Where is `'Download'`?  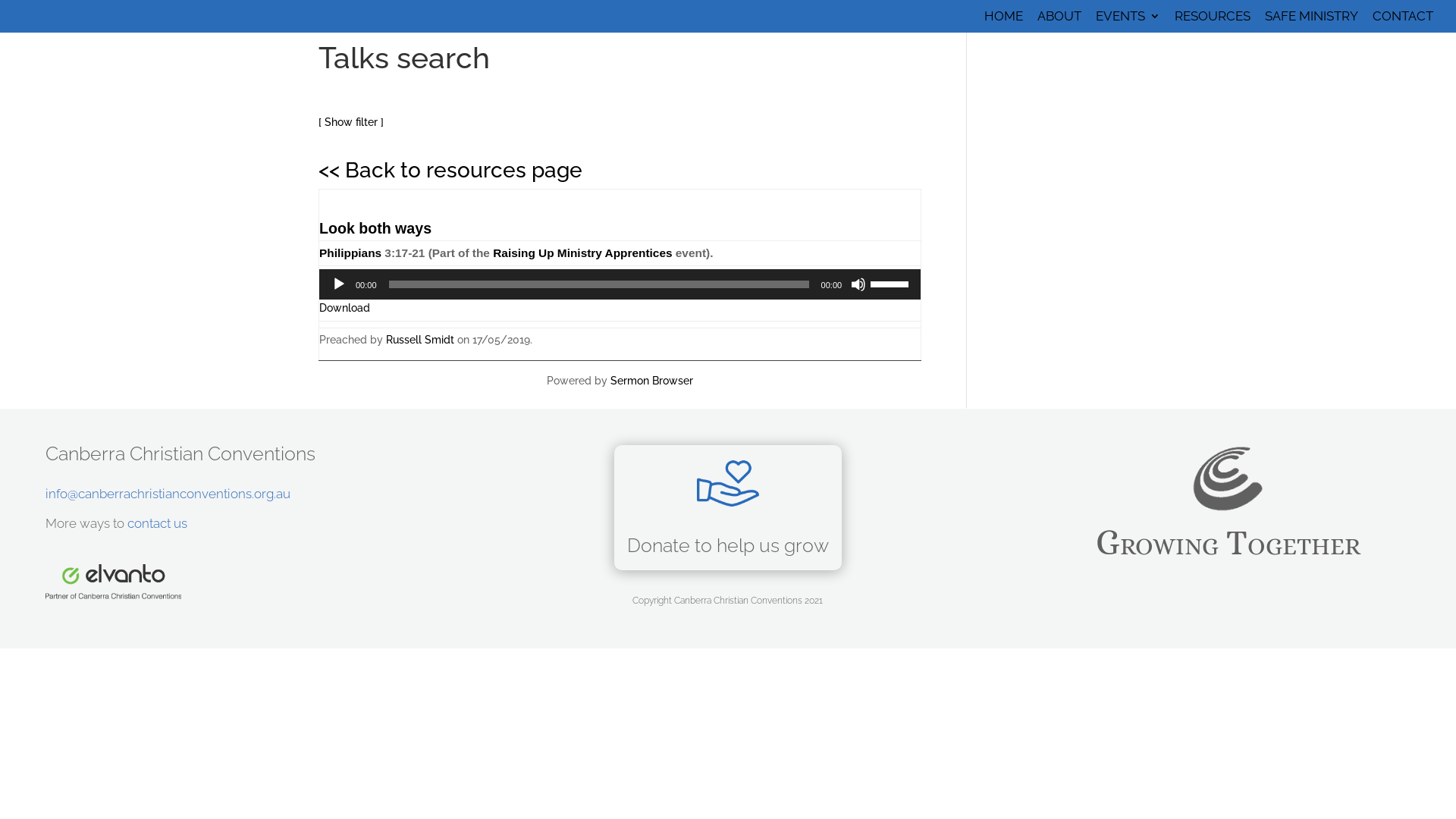
'Download' is located at coordinates (344, 307).